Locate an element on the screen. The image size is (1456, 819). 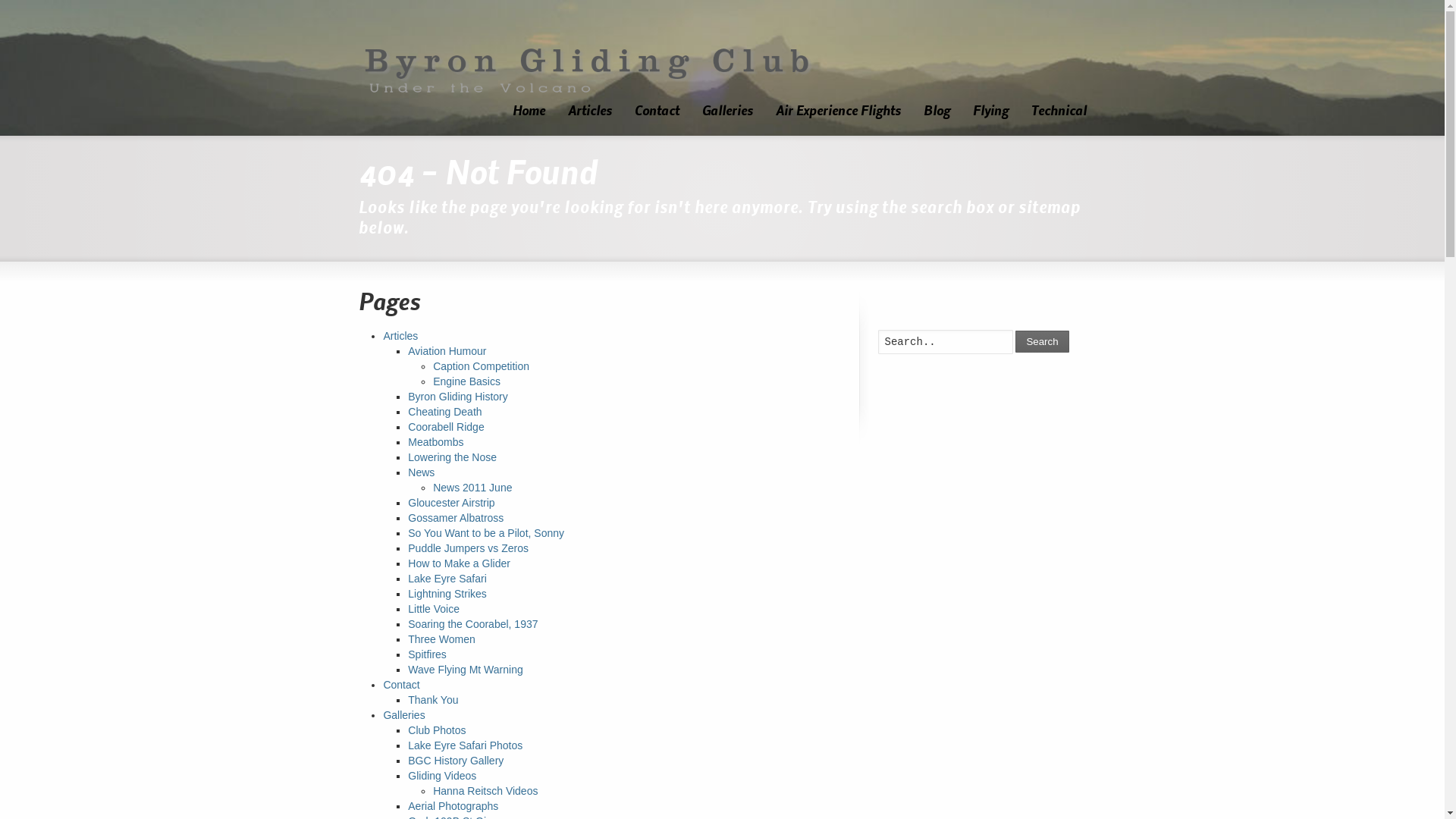
'Lake Eyre Safari' is located at coordinates (407, 579).